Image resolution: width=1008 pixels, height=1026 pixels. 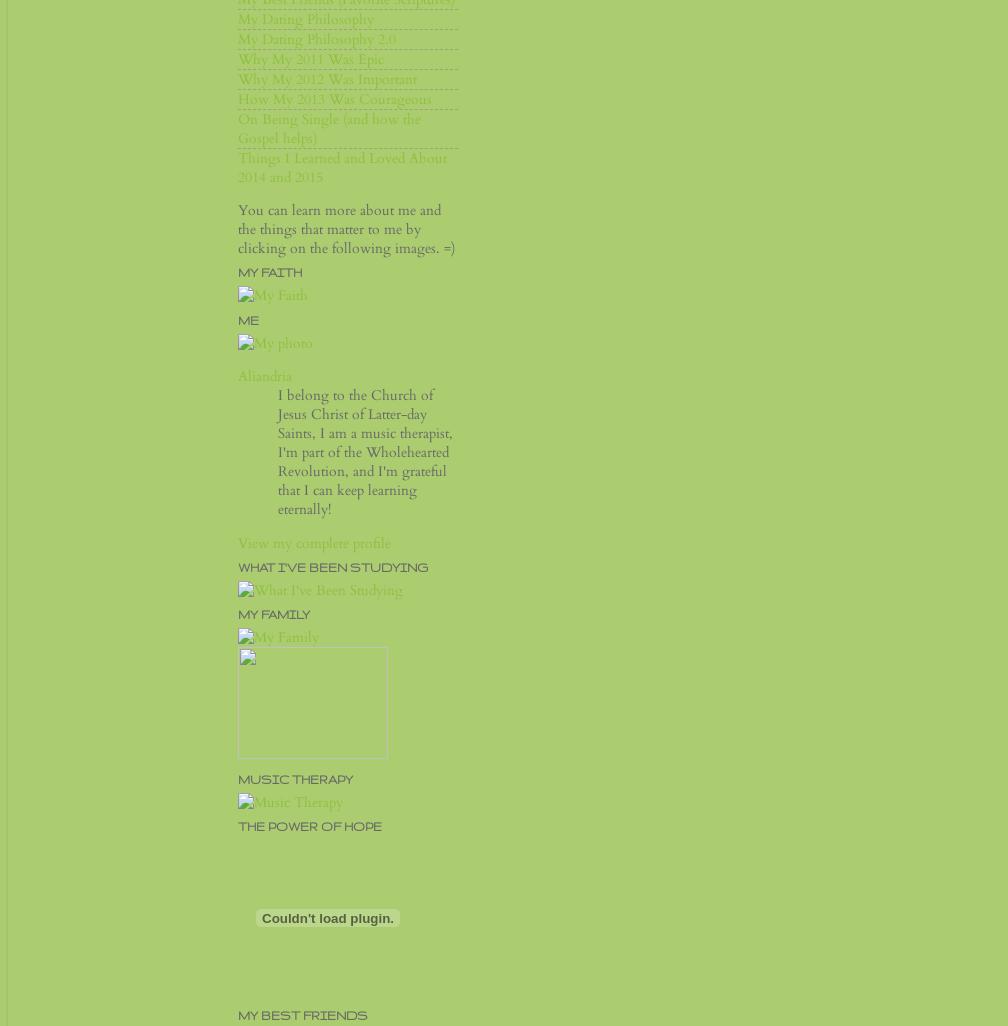 What do you see at coordinates (334, 97) in the screenshot?
I see `'How My 2013 Was Courageous'` at bounding box center [334, 97].